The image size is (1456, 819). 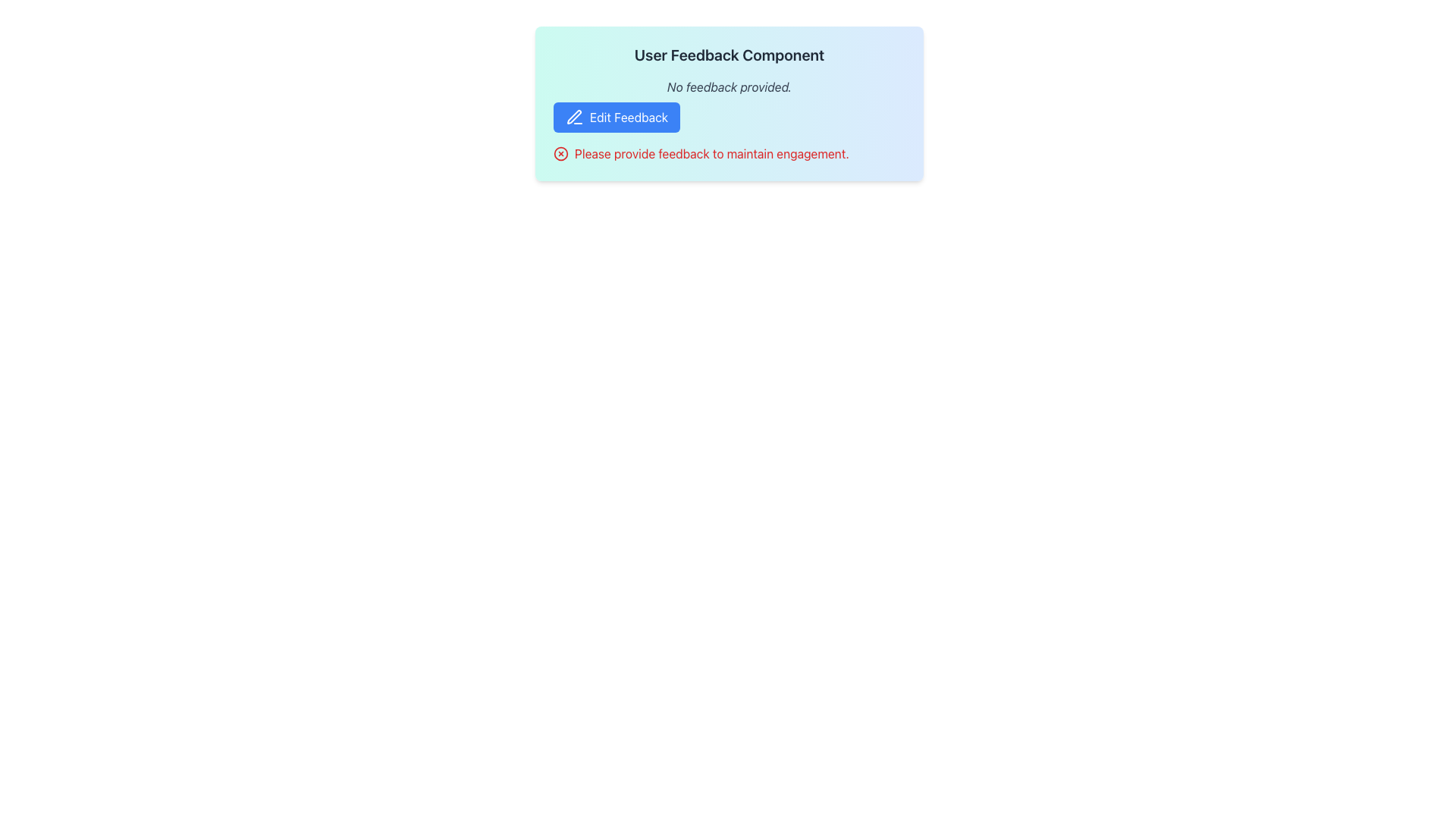 I want to click on the stylized pen or pencil icon within the 'Edit Feedback' button, located at the top-left corner of the user feedback card, so click(x=573, y=116).